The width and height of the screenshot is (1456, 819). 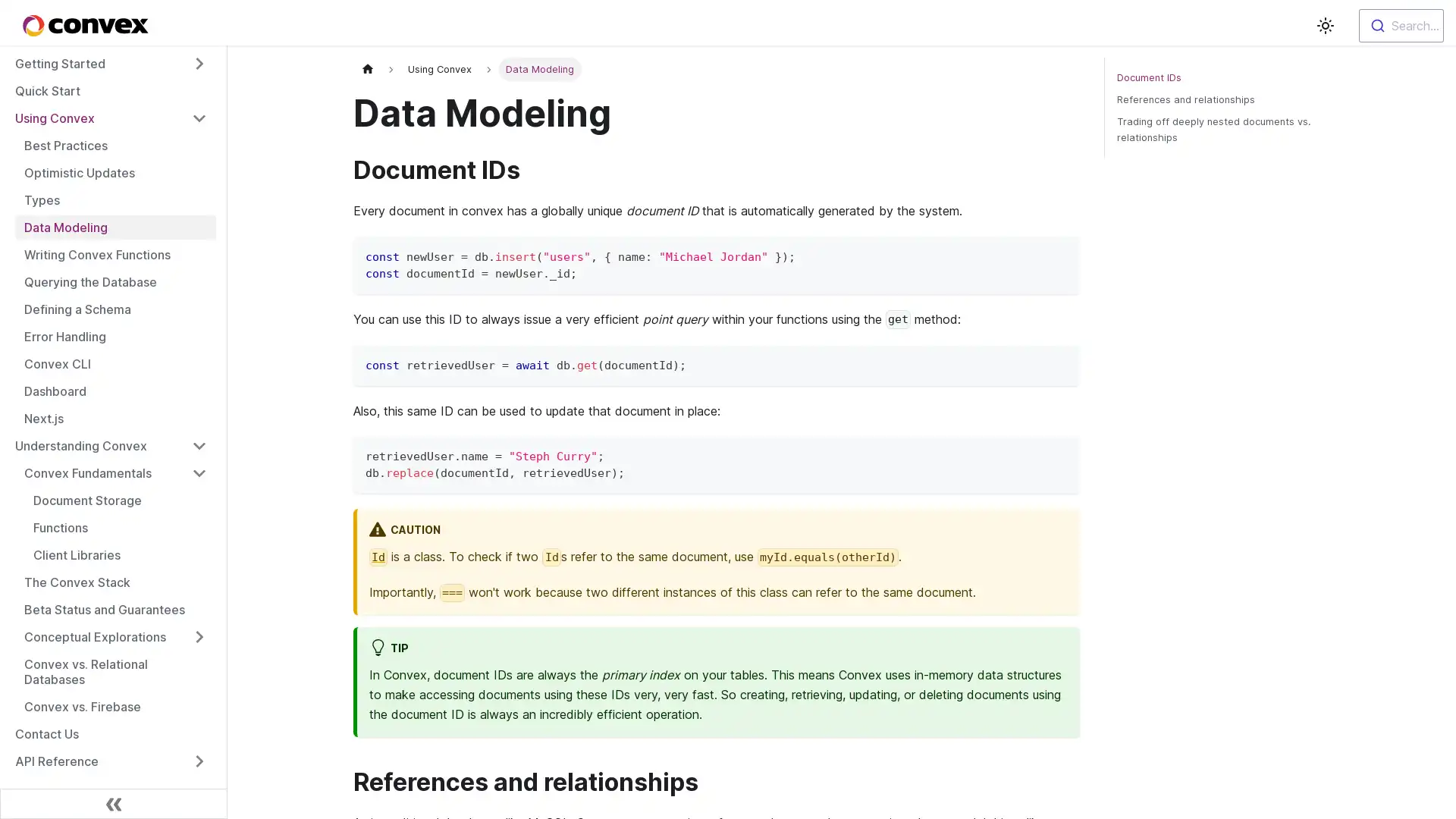 What do you see at coordinates (1060, 253) in the screenshot?
I see `Copy code to clipboard` at bounding box center [1060, 253].